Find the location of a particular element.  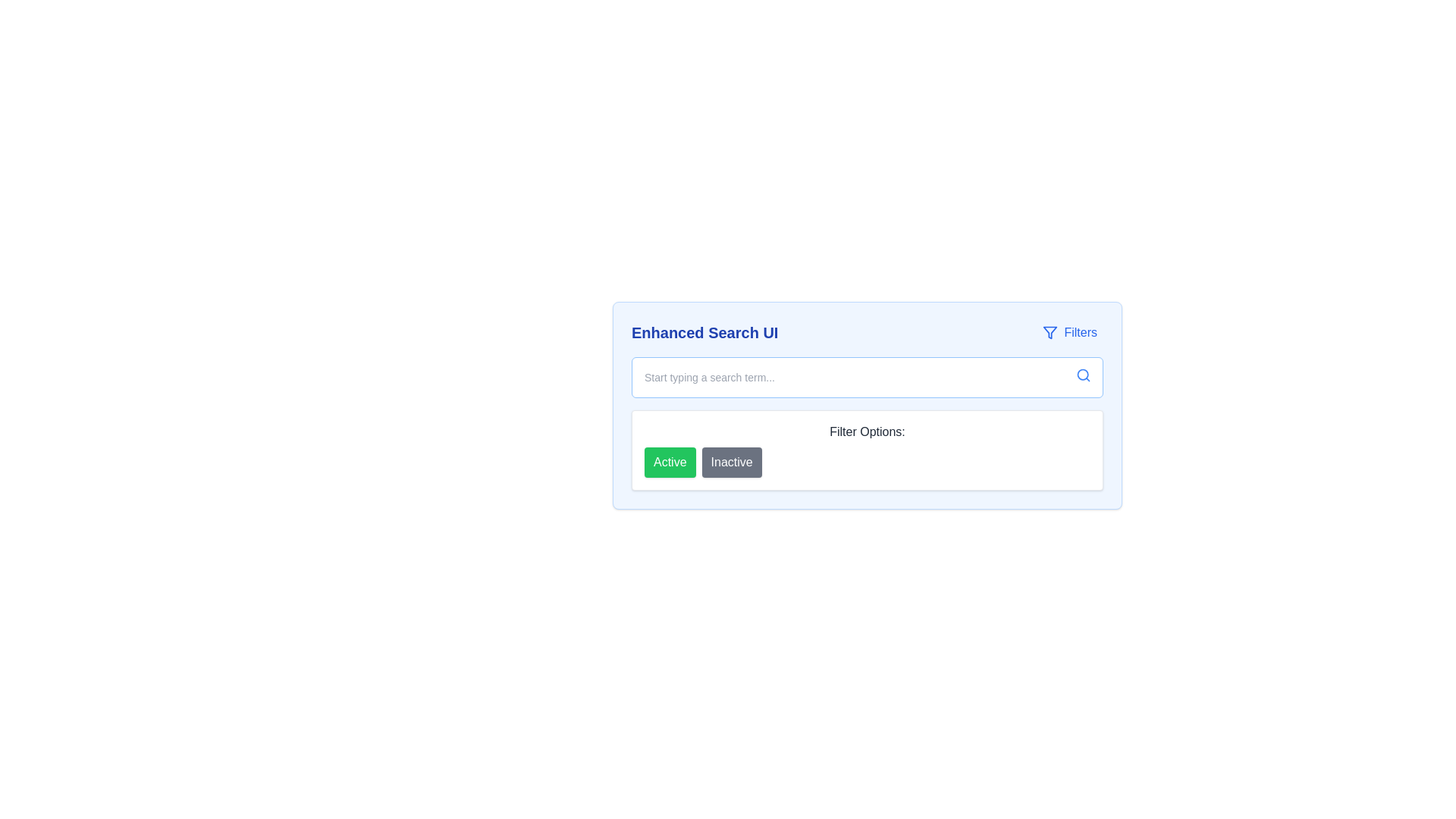

the bold, extra-large text element reading 'Enhanced Search UI' located at the top-left corner of the header section is located at coordinates (704, 332).